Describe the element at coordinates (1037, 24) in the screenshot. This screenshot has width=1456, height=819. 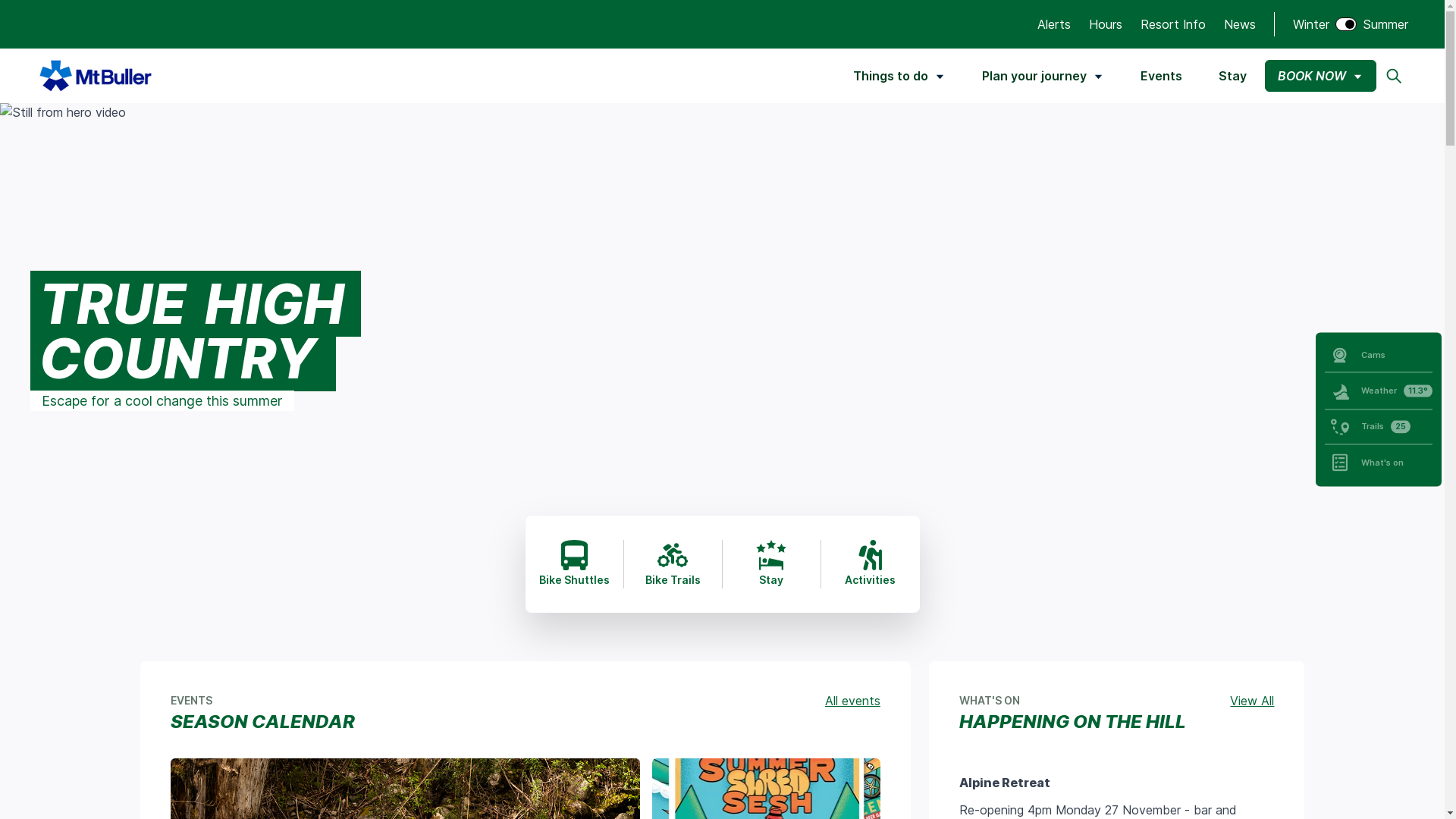
I see `'Alerts'` at that location.